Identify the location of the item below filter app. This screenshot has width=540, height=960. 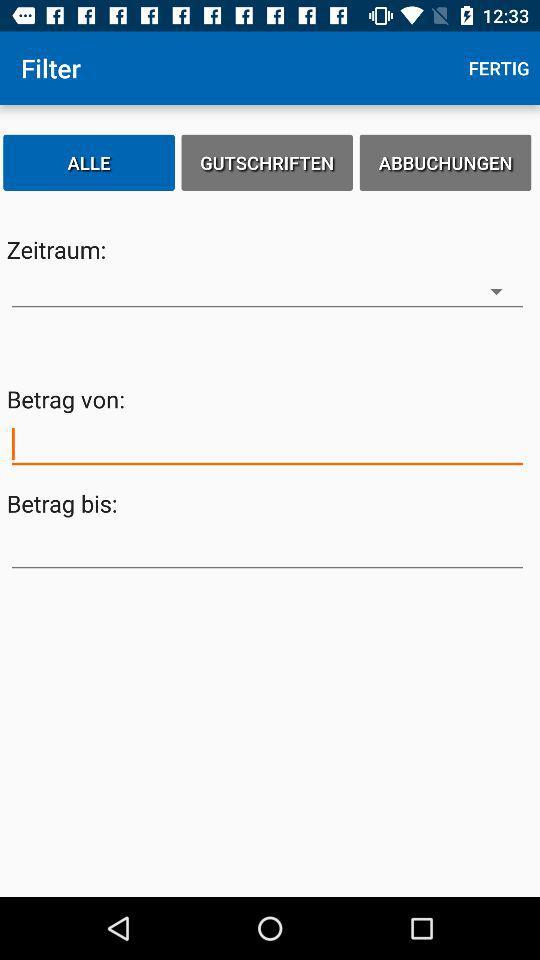
(88, 161).